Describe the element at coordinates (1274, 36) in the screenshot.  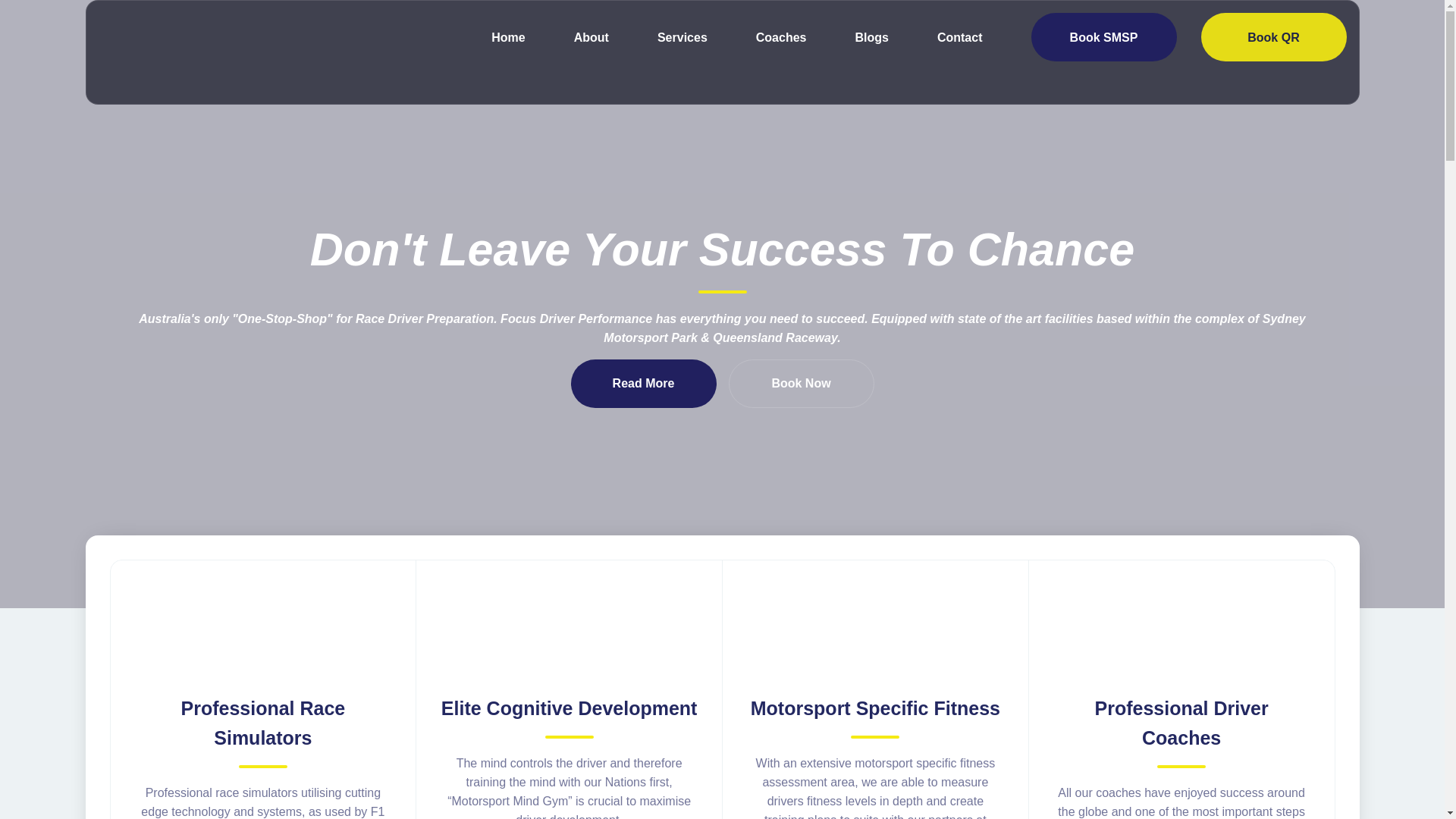
I see `'Book QR'` at that location.